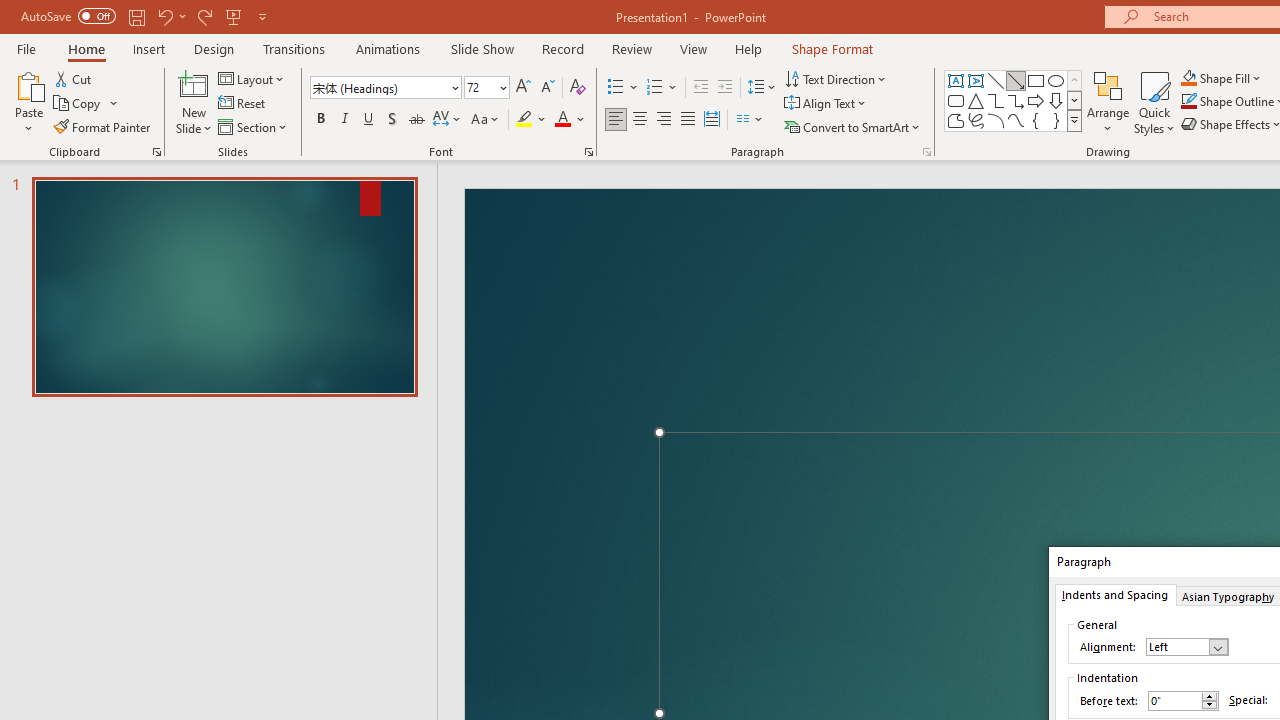 The height and width of the screenshot is (720, 1280). Describe the element at coordinates (1189, 101) in the screenshot. I see `'Shape Outline Blue, Accent 1'` at that location.